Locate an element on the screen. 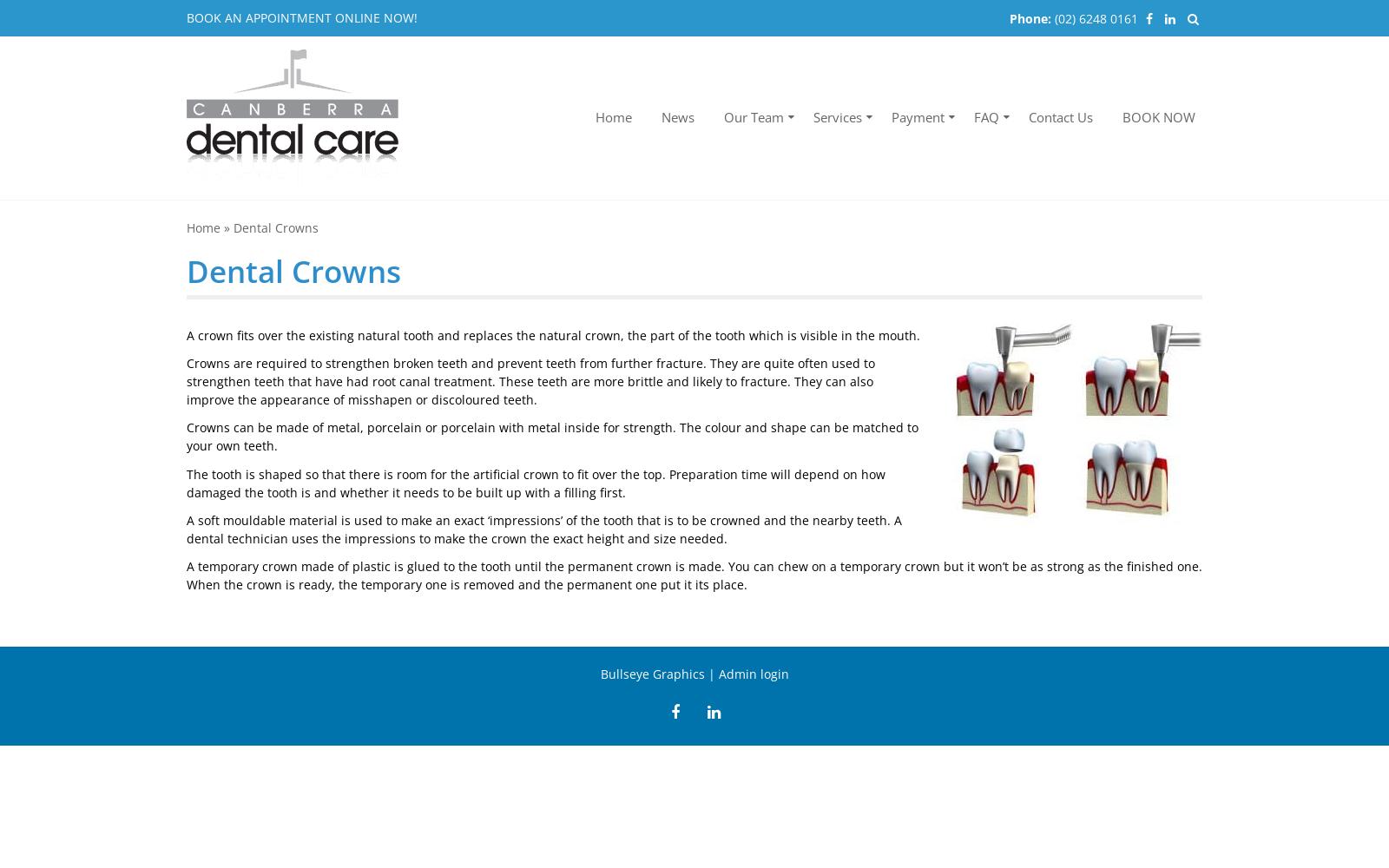  'Forms' is located at coordinates (987, 171).